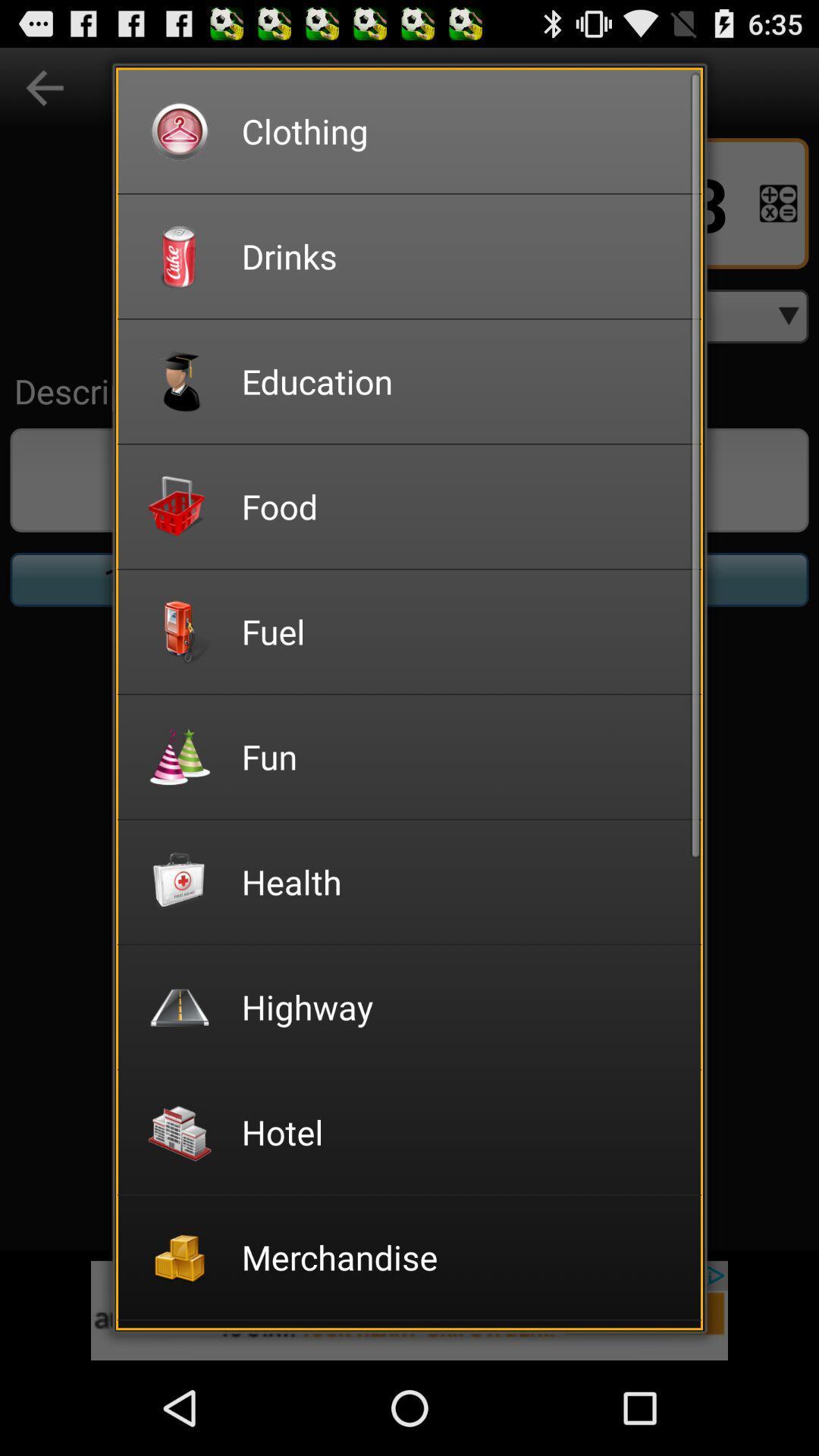 The image size is (819, 1456). I want to click on health item, so click(460, 881).